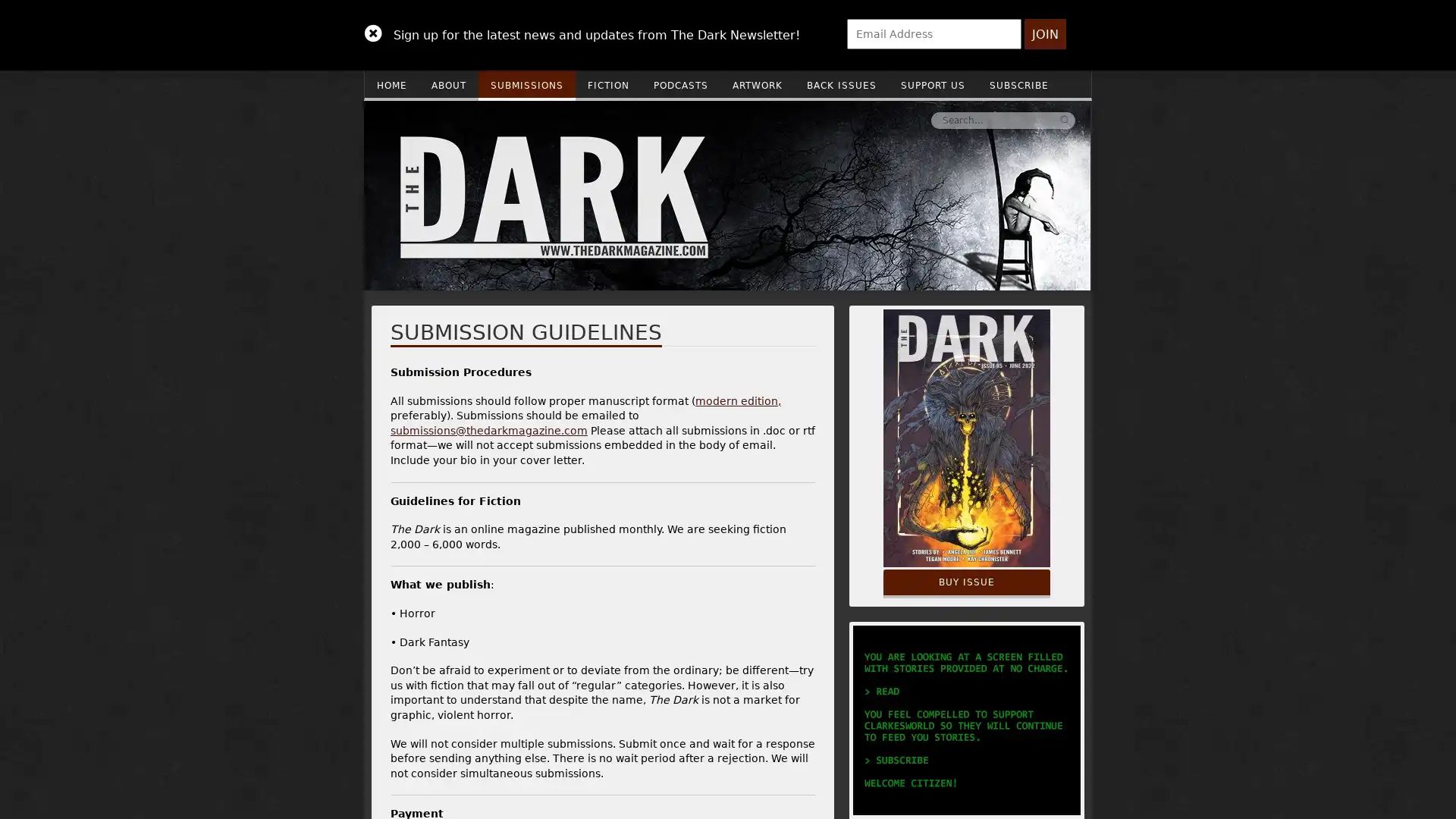 The height and width of the screenshot is (819, 1456). Describe the element at coordinates (836, 119) in the screenshot. I see `Search` at that location.